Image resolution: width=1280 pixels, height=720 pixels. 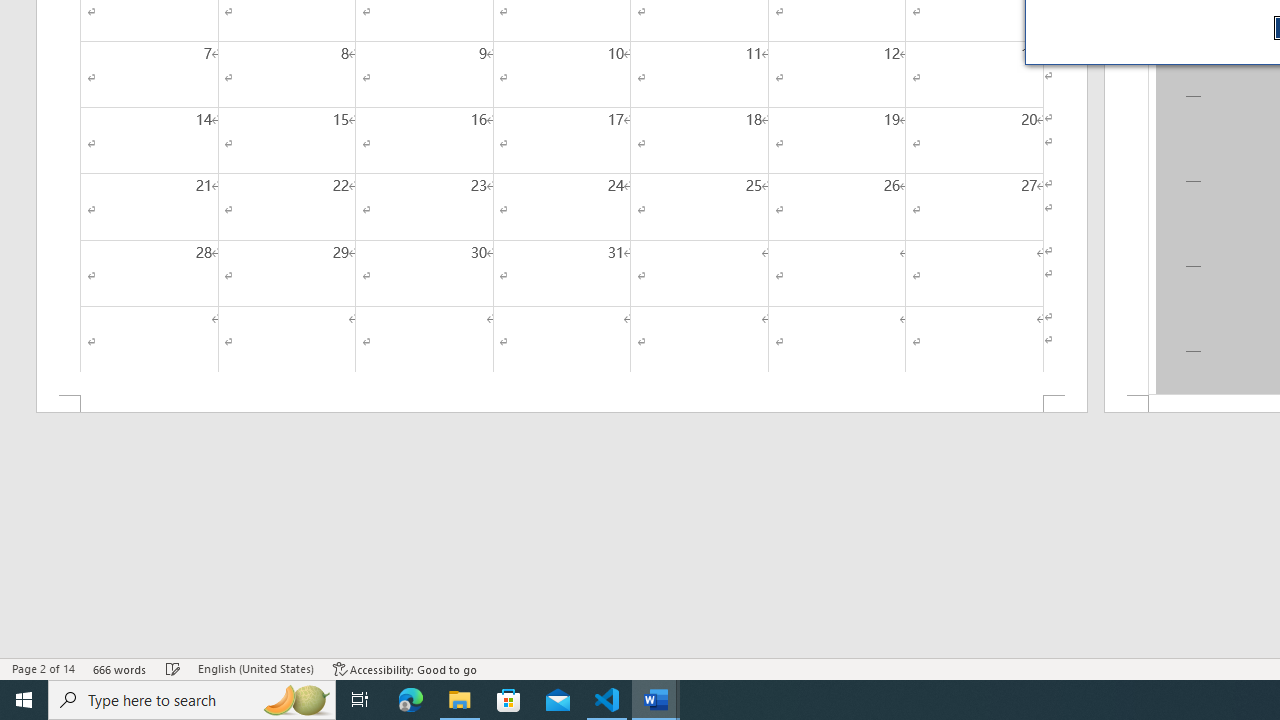 I want to click on 'Search highlights icon opens search home window', so click(x=294, y=698).